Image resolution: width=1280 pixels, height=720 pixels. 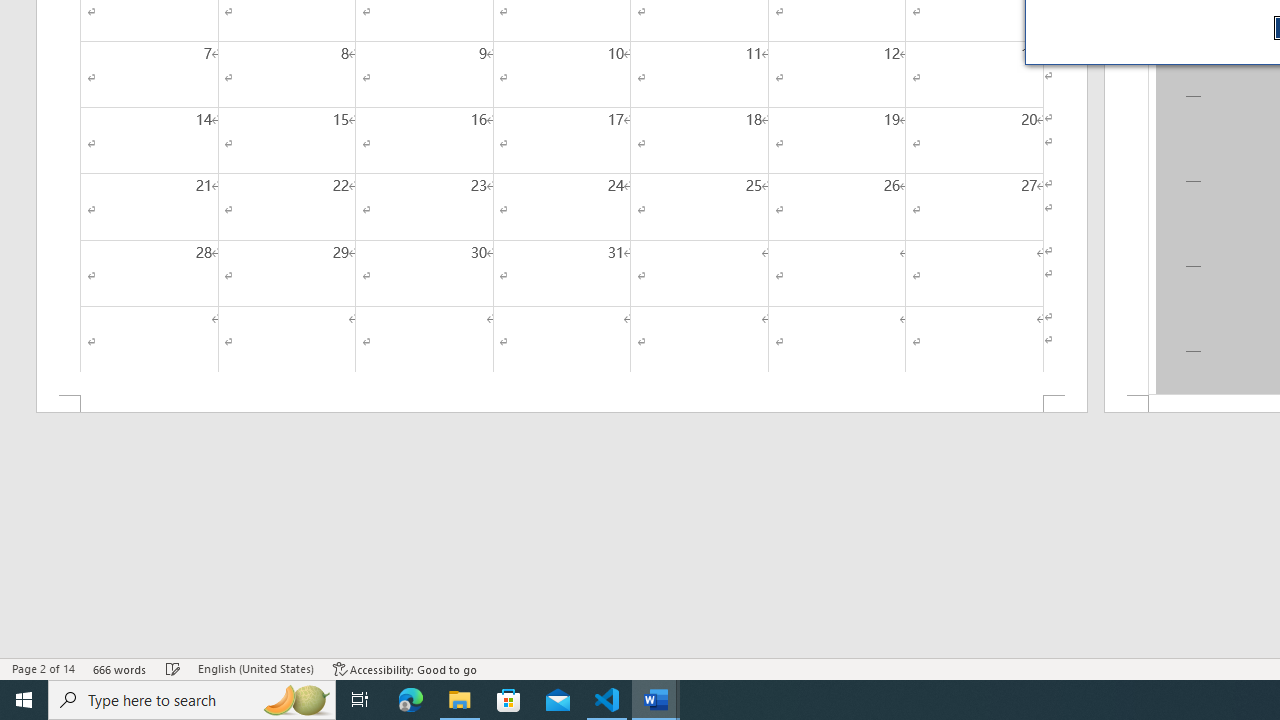 I want to click on 'Search highlights icon opens search home window', so click(x=294, y=698).